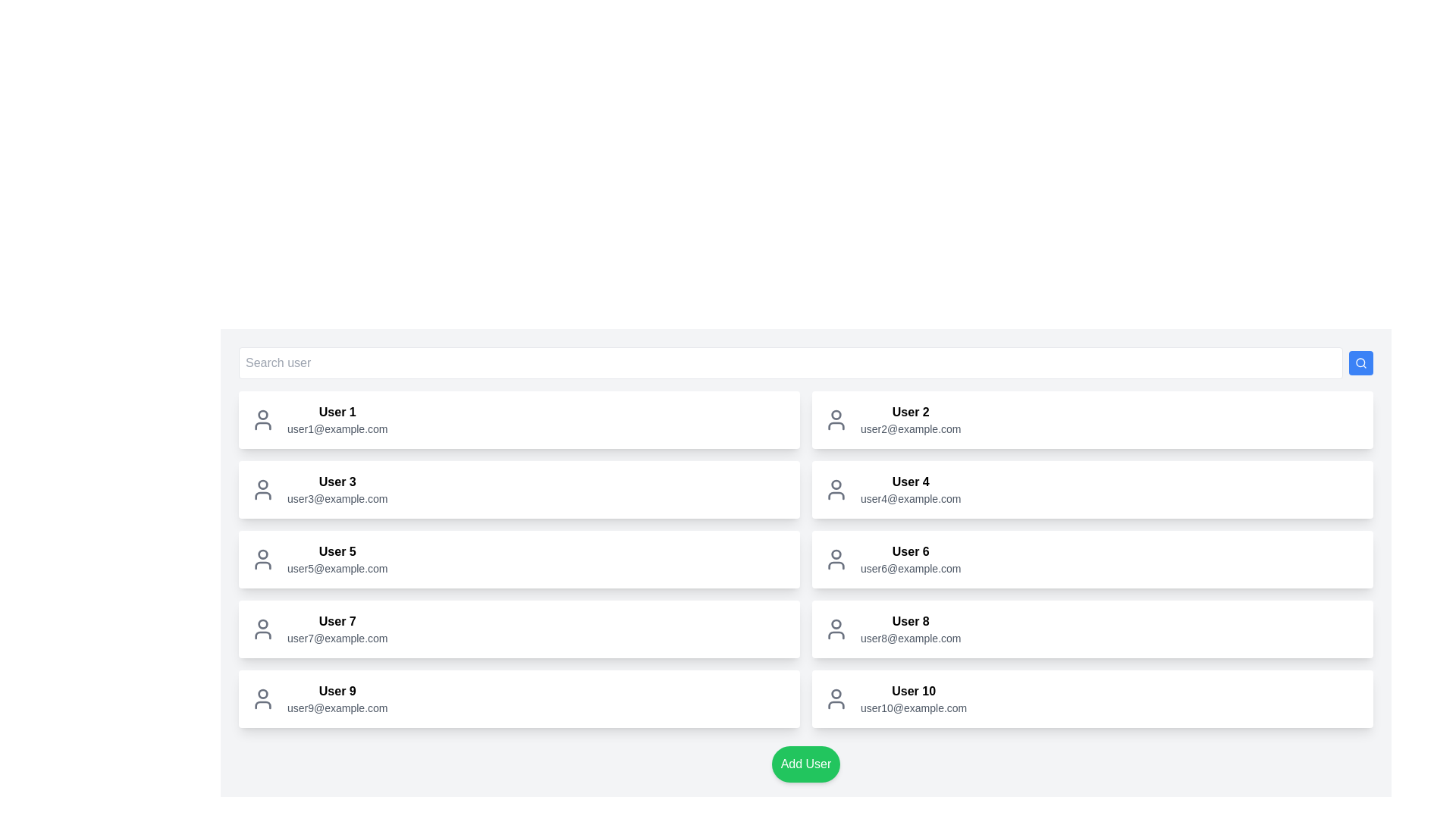 The image size is (1456, 819). What do you see at coordinates (262, 420) in the screenshot?
I see `the user profile icon, which is a gray silhouette of a user located to the left of the text 'User 1' and 'user1@example.com'` at bounding box center [262, 420].